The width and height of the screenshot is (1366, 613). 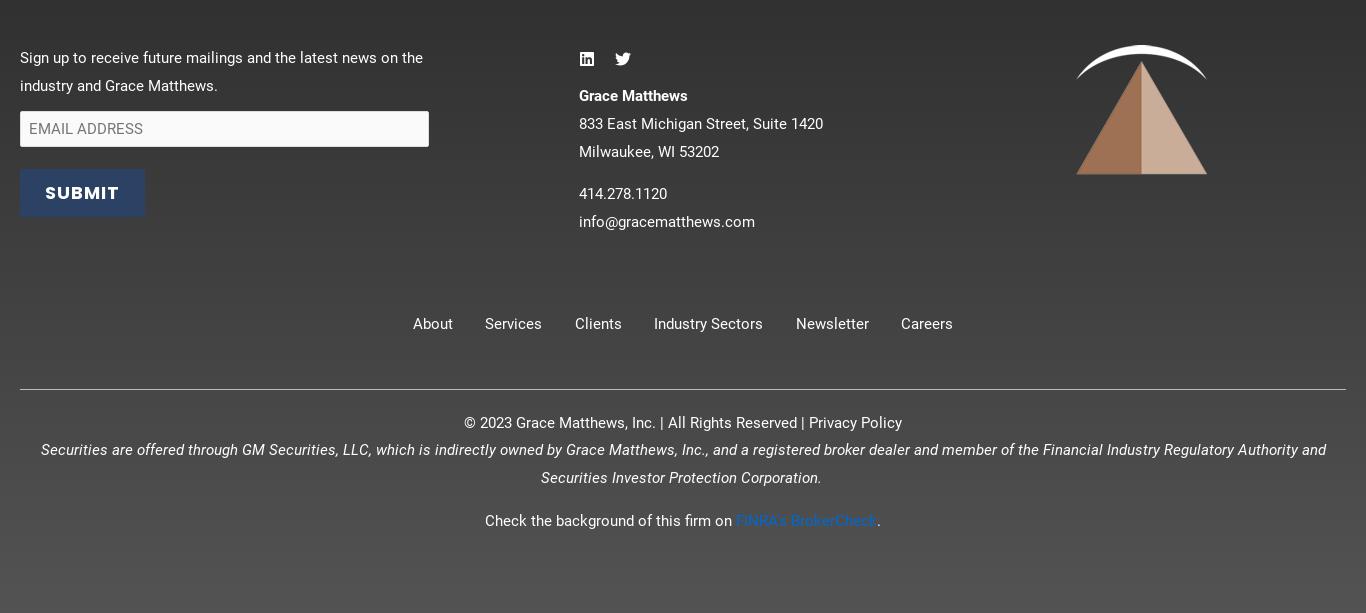 I want to click on 'Privacy Policy', so click(x=854, y=421).